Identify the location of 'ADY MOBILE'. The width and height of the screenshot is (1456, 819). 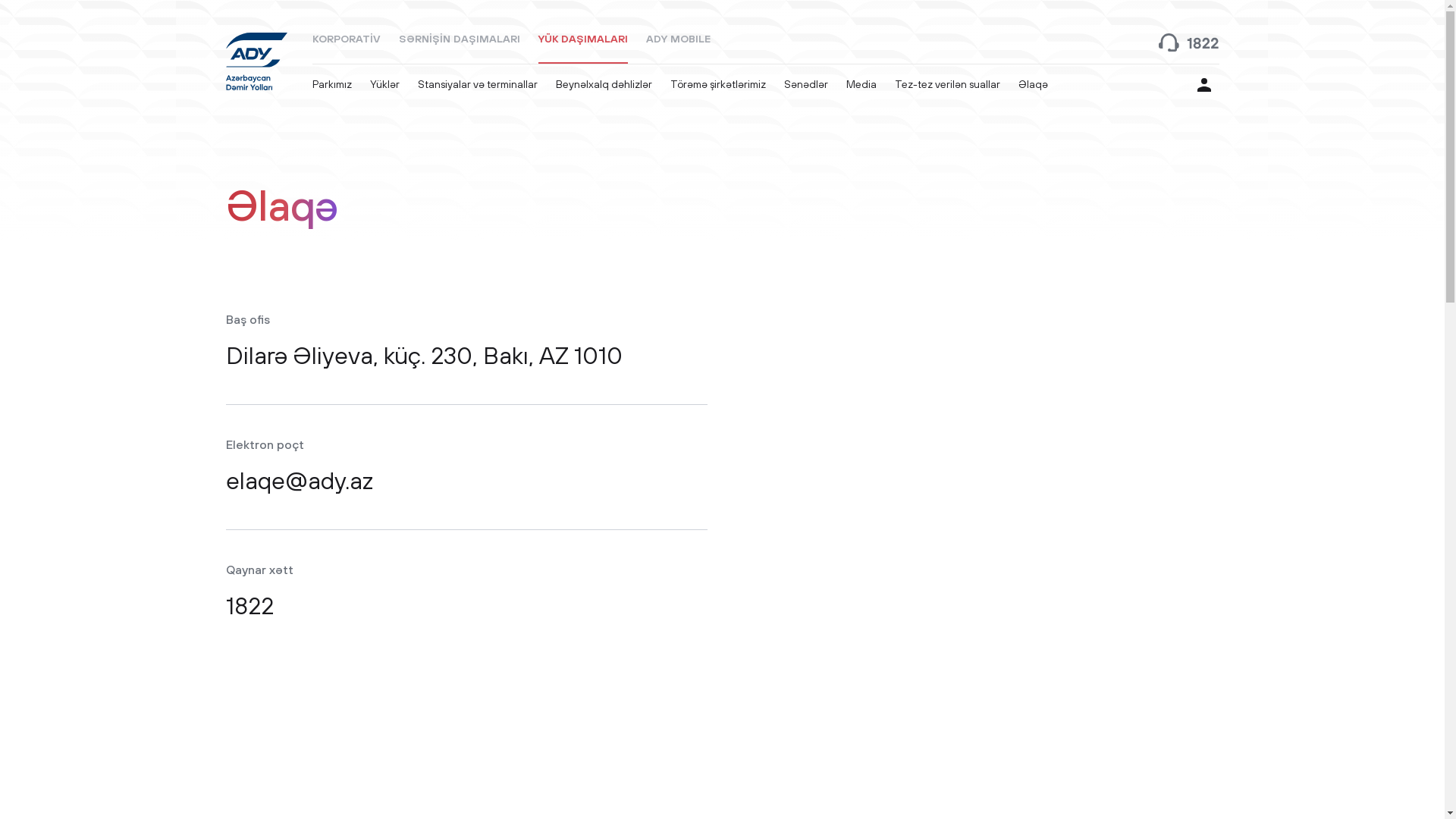
(677, 37).